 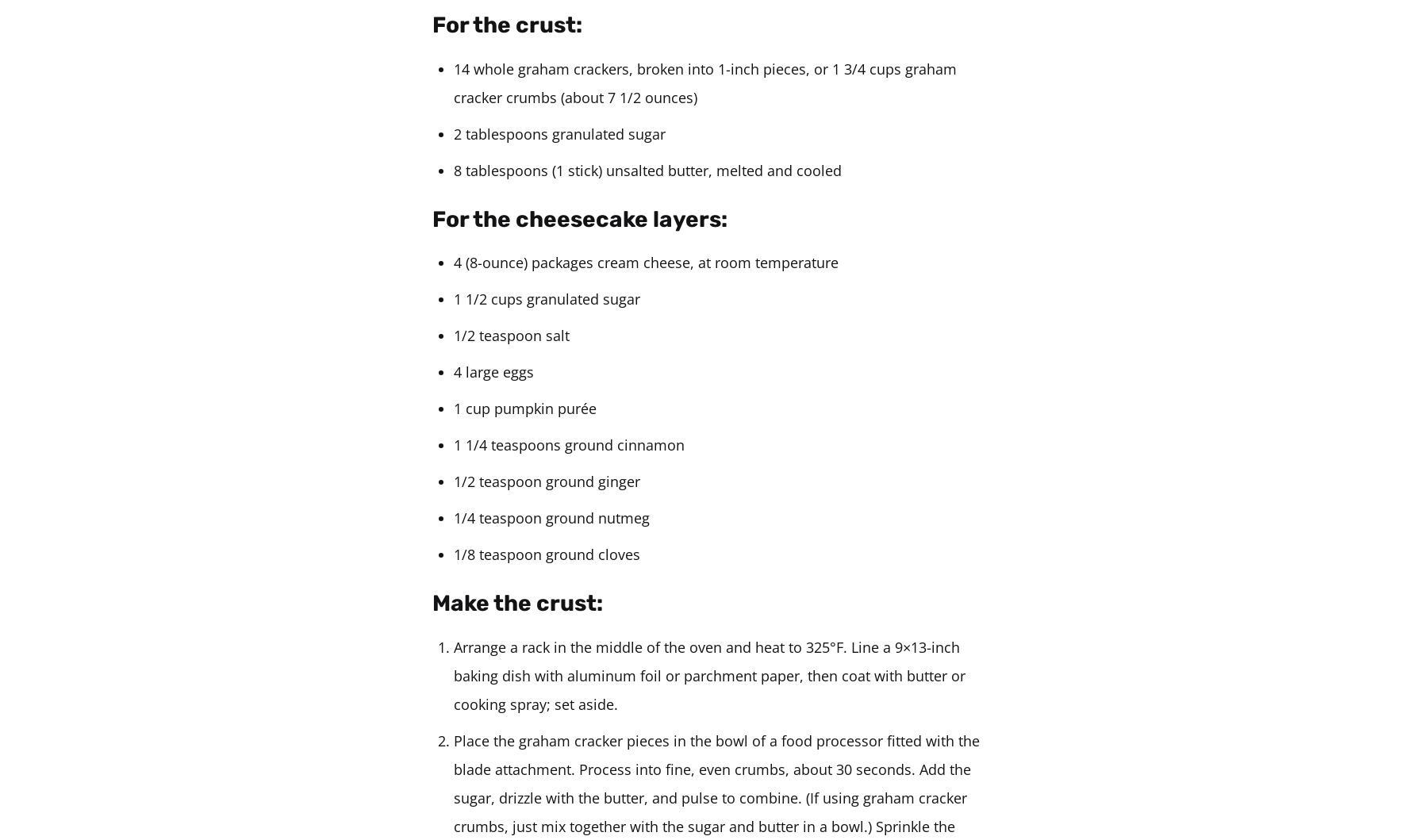 I want to click on 'Arrange a rack in the middle of the oven and heat to 325°F. Line a 9×13-inch baking dish with aluminum foil or parchment paper, then coat with butter or cooking spray; set aside.', so click(x=454, y=675).